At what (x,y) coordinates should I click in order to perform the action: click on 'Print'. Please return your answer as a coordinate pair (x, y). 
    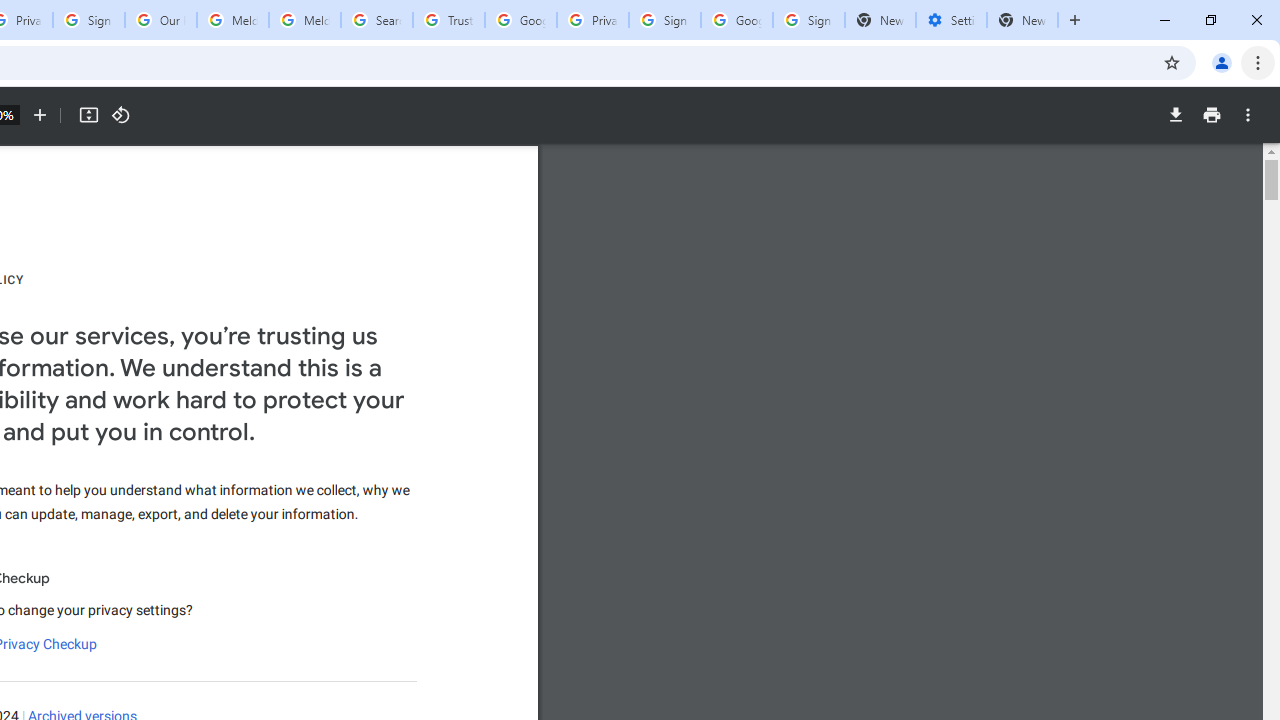
    Looking at the image, I should click on (1210, 115).